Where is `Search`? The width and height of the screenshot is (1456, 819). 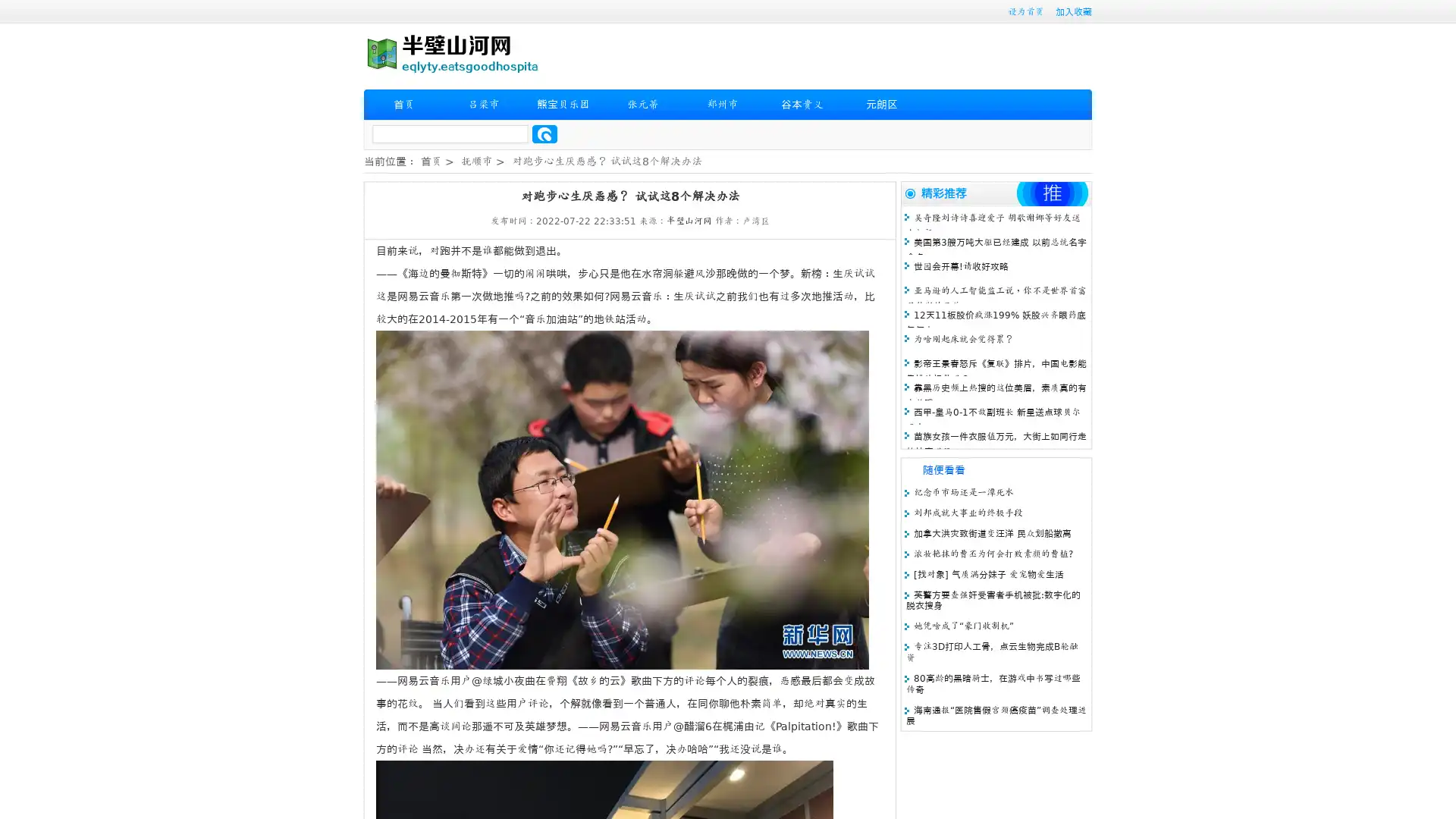 Search is located at coordinates (544, 133).